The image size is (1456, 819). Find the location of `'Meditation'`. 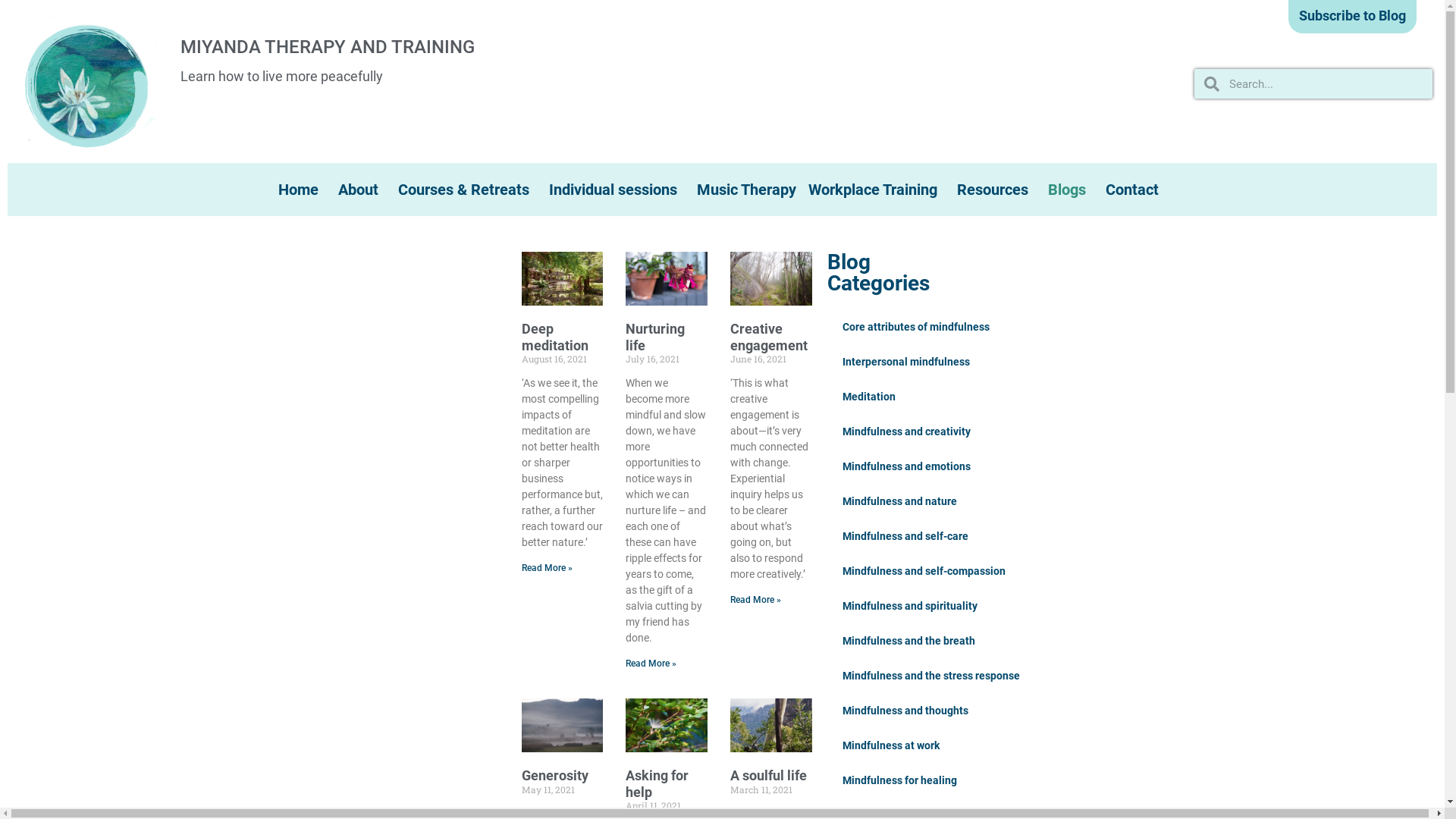

'Meditation' is located at coordinates (869, 396).